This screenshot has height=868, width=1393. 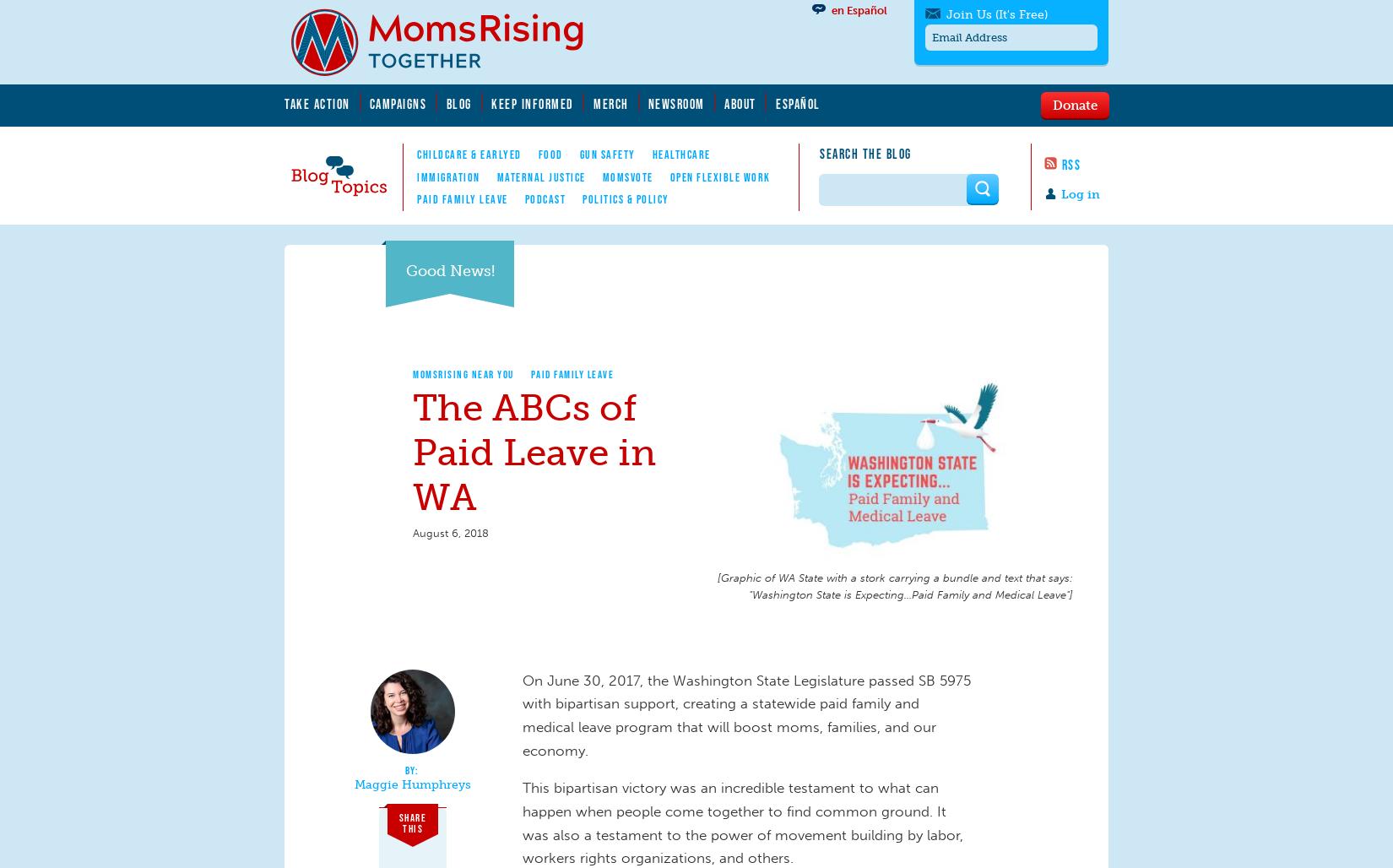 What do you see at coordinates (719, 175) in the screenshot?
I see `'Open Flexible Work'` at bounding box center [719, 175].